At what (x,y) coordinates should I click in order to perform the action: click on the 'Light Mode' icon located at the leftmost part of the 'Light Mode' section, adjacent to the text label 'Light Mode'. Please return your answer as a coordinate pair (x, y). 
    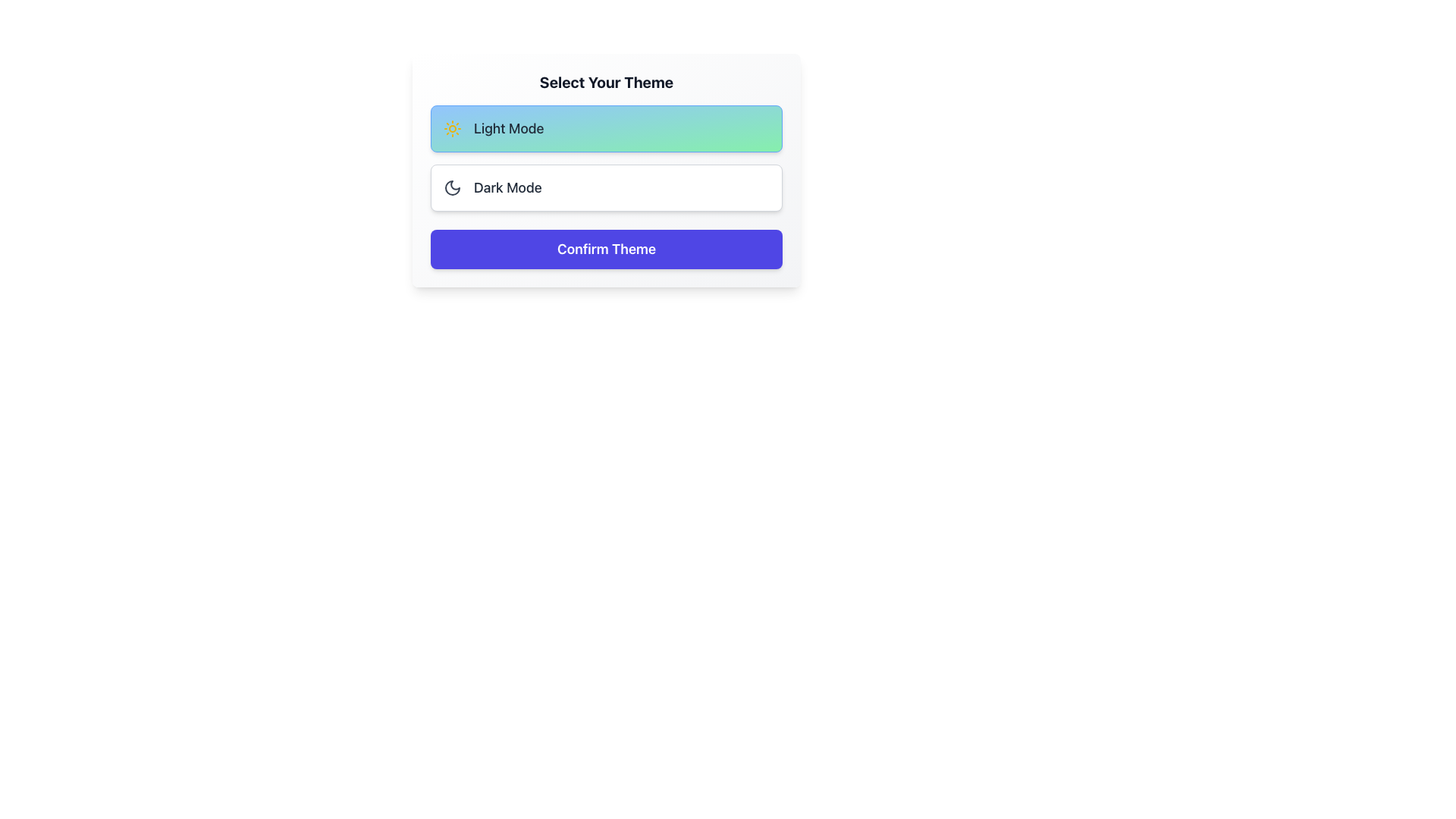
    Looking at the image, I should click on (451, 127).